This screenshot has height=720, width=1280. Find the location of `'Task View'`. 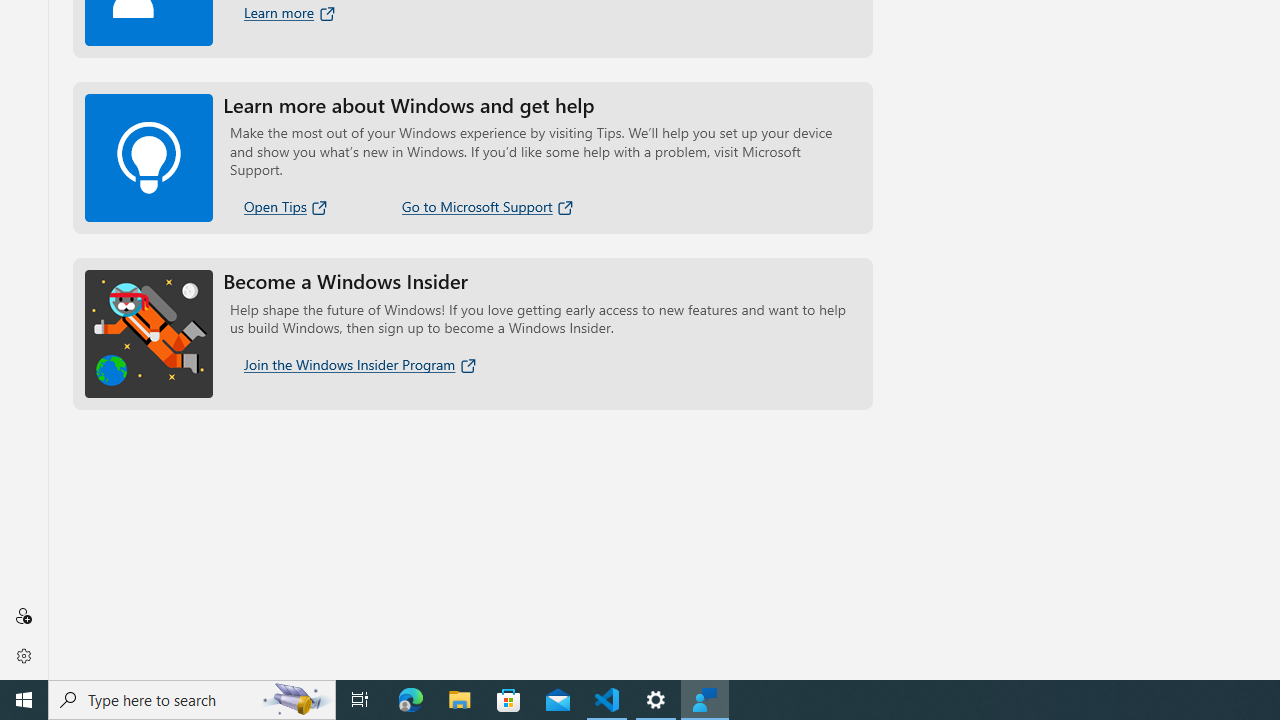

'Task View' is located at coordinates (359, 698).